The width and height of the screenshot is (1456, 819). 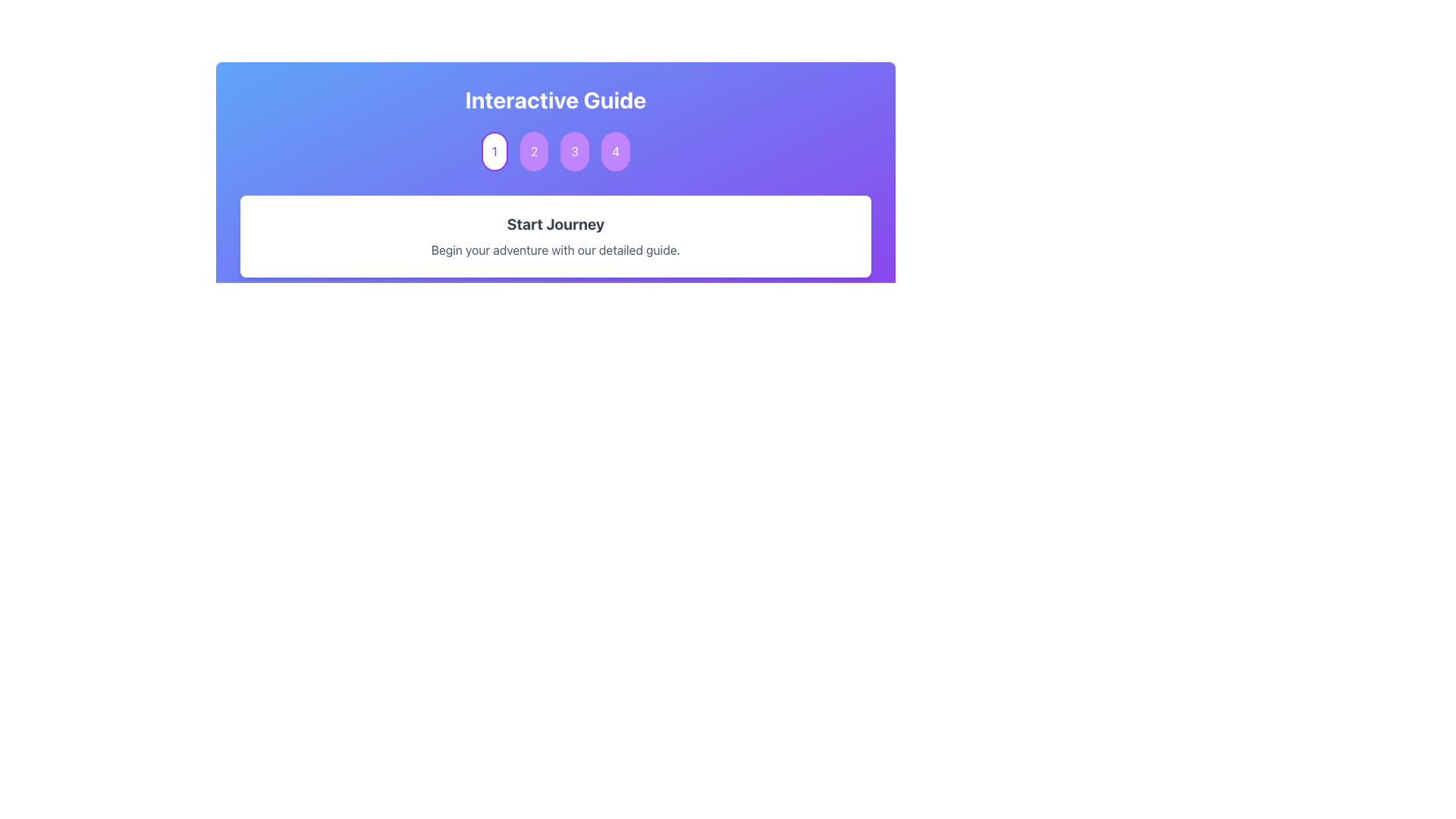 I want to click on the circular button labeled '3' with a purple background and white text, so click(x=574, y=152).